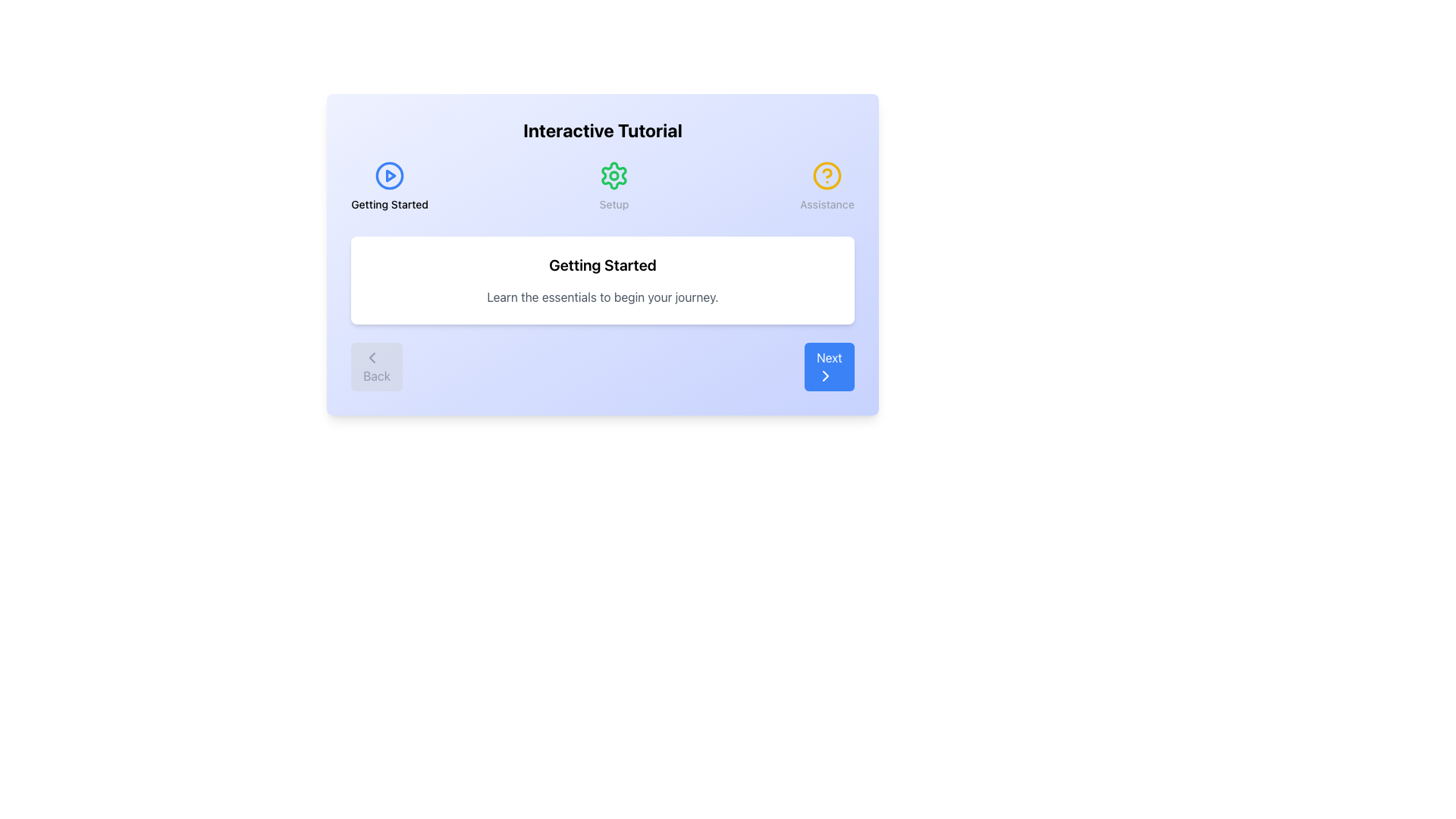 Image resolution: width=1456 pixels, height=819 pixels. I want to click on the cogwheel icon in the Interactive Tutorial interface, so click(614, 174).